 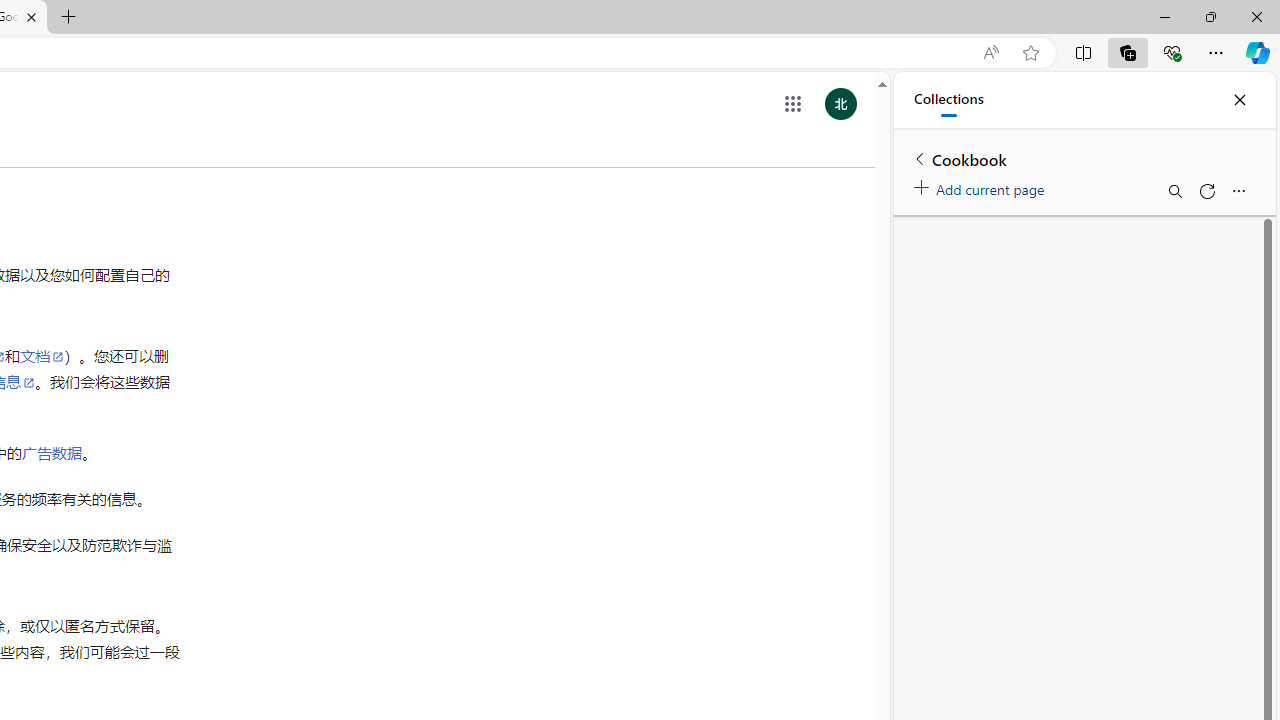 I want to click on 'Back to list of collections', so click(x=919, y=158).